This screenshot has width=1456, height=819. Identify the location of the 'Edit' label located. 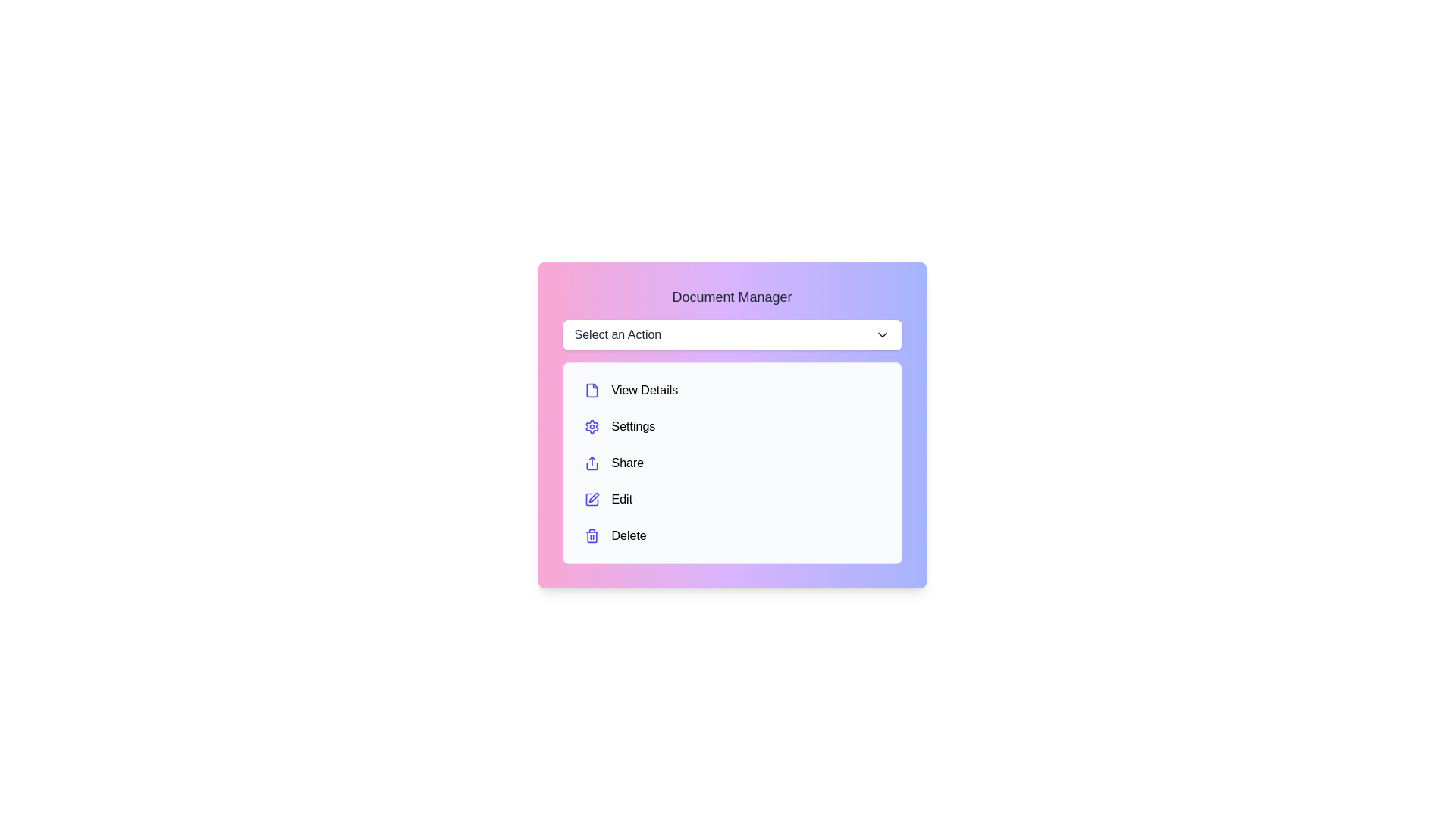
(622, 500).